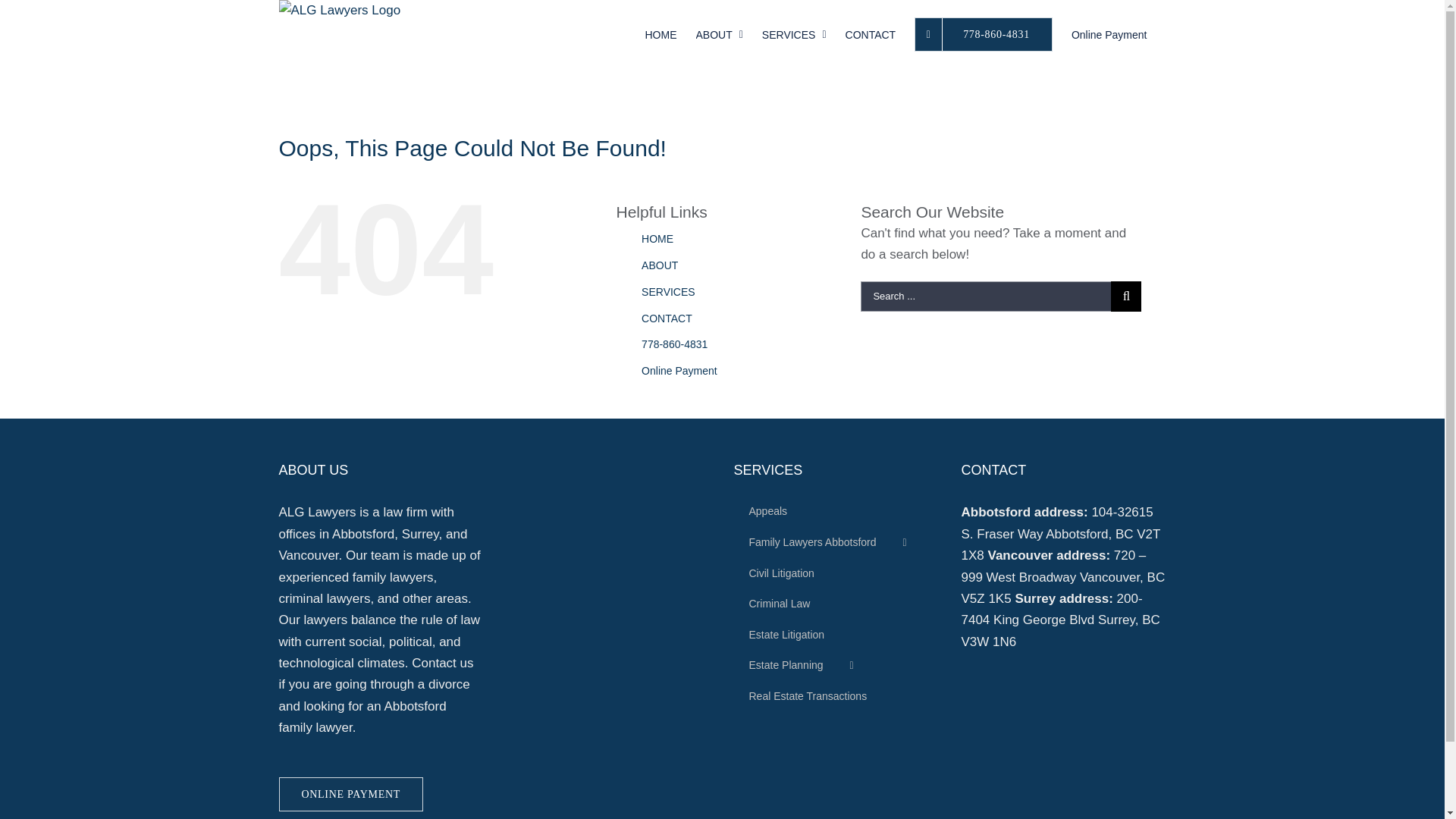 Image resolution: width=1456 pixels, height=819 pixels. Describe the element at coordinates (734, 635) in the screenshot. I see `'Estate Litigation'` at that location.